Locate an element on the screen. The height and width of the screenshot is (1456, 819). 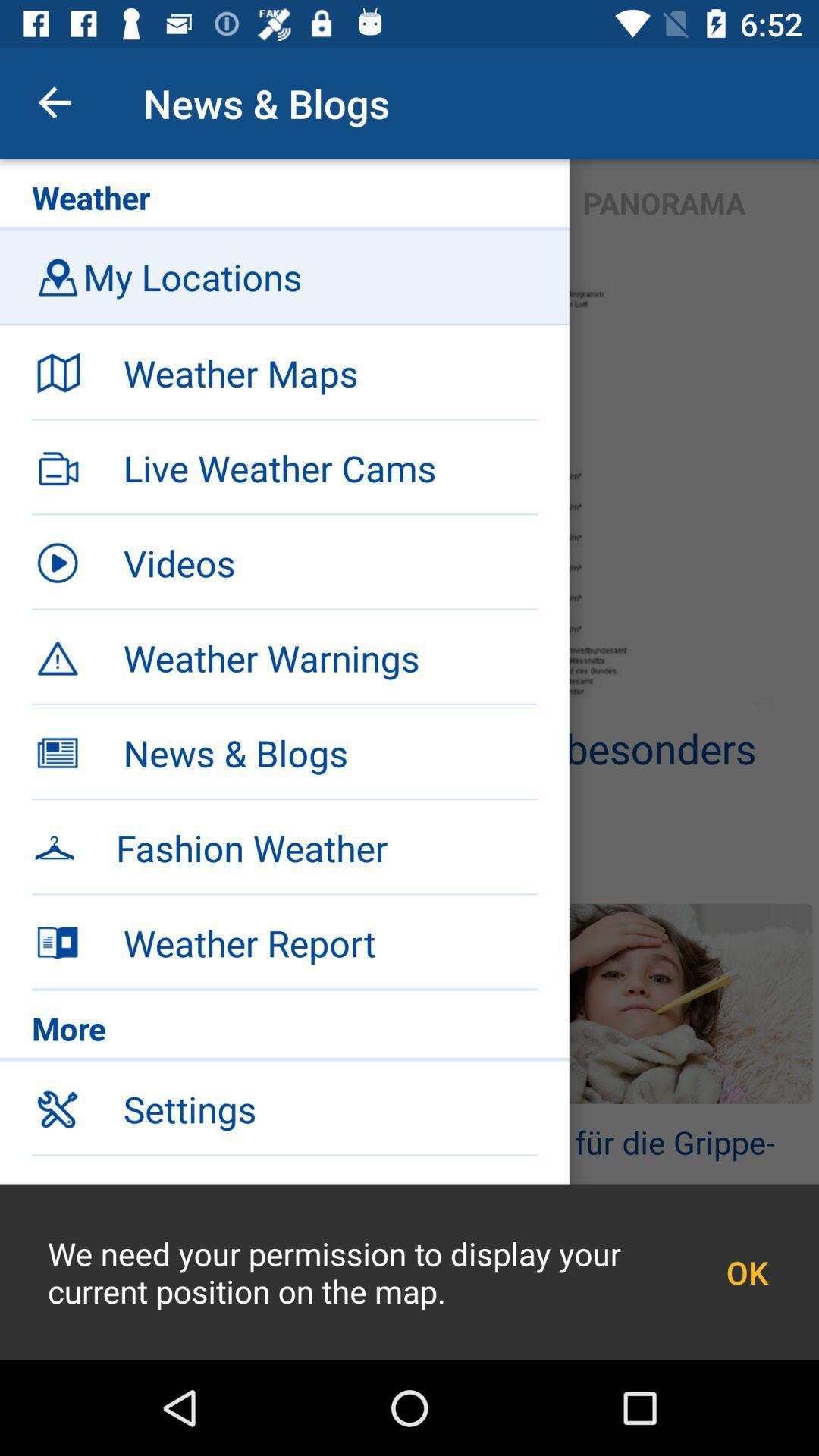
icon beside videos is located at coordinates (57, 562).